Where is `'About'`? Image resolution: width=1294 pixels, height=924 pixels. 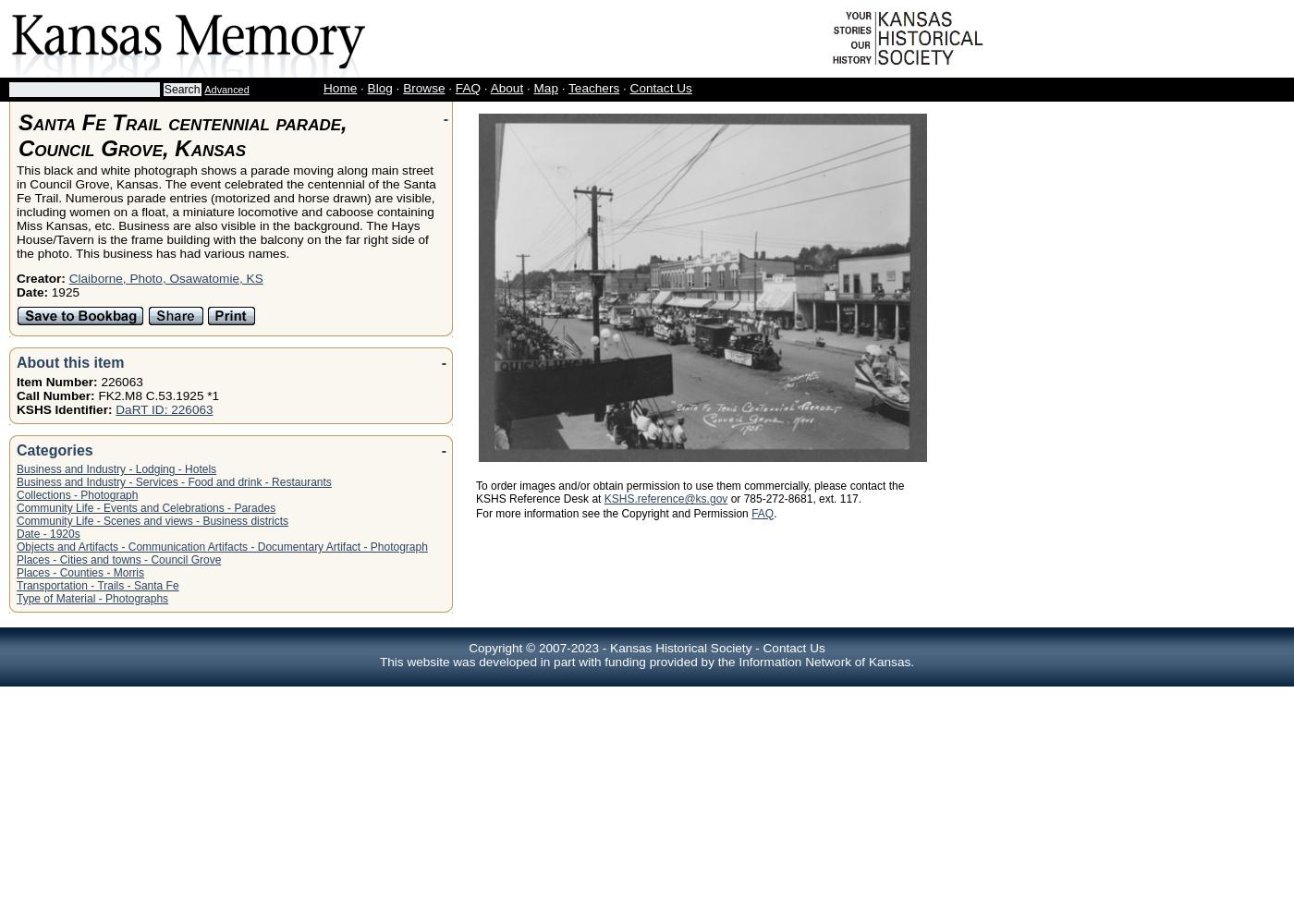
'About' is located at coordinates (490, 87).